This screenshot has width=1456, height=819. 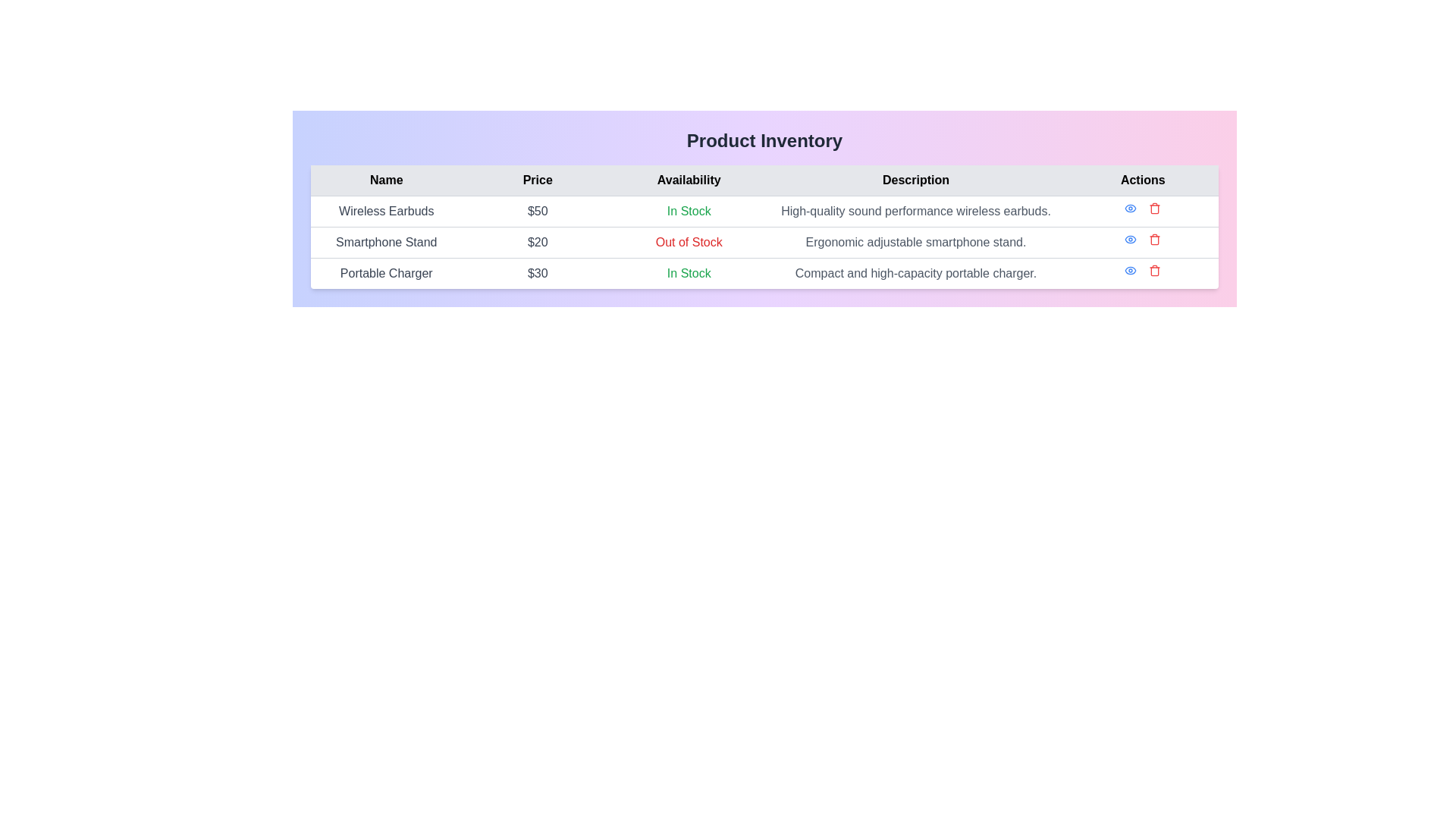 What do you see at coordinates (688, 241) in the screenshot?
I see `the text label indicating that the 'Smartphone Stand' is not currently available for purchase, located in the 'Availability' column of the second row in the table` at bounding box center [688, 241].